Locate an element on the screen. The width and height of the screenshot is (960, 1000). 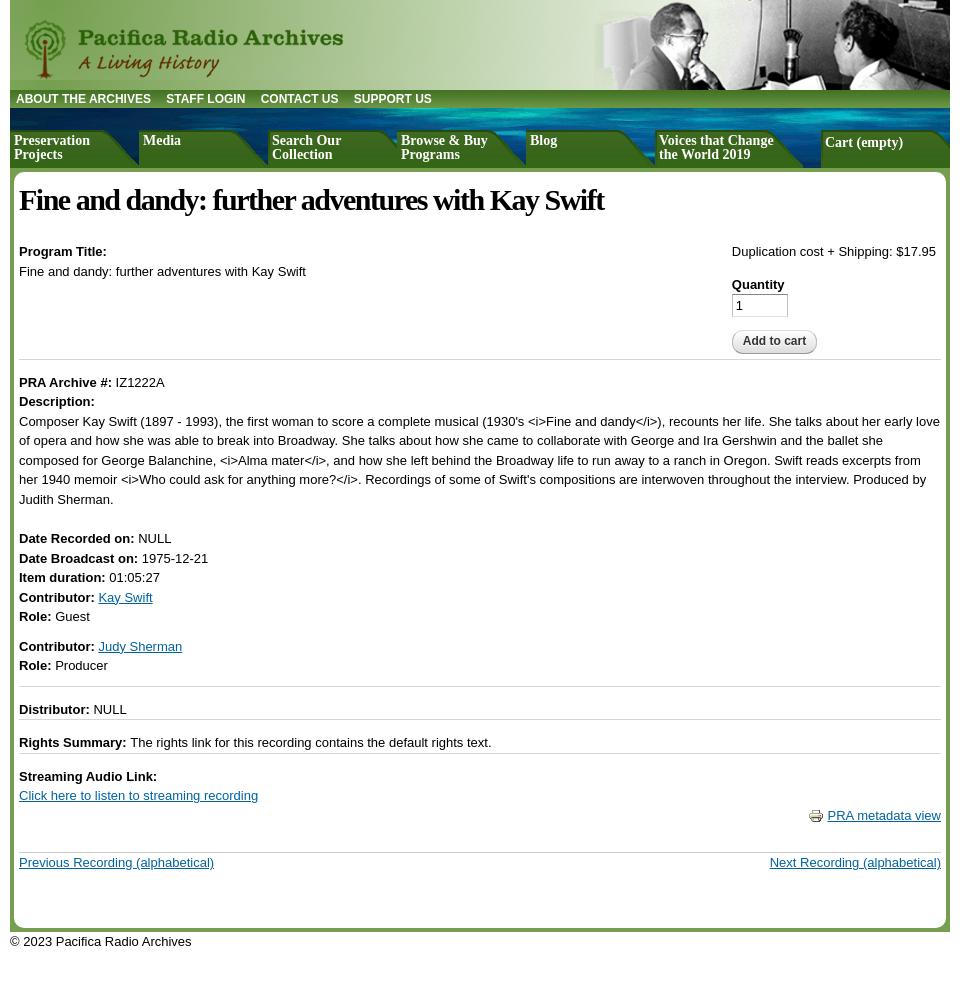
'Browse & Buy Programs' is located at coordinates (444, 147).